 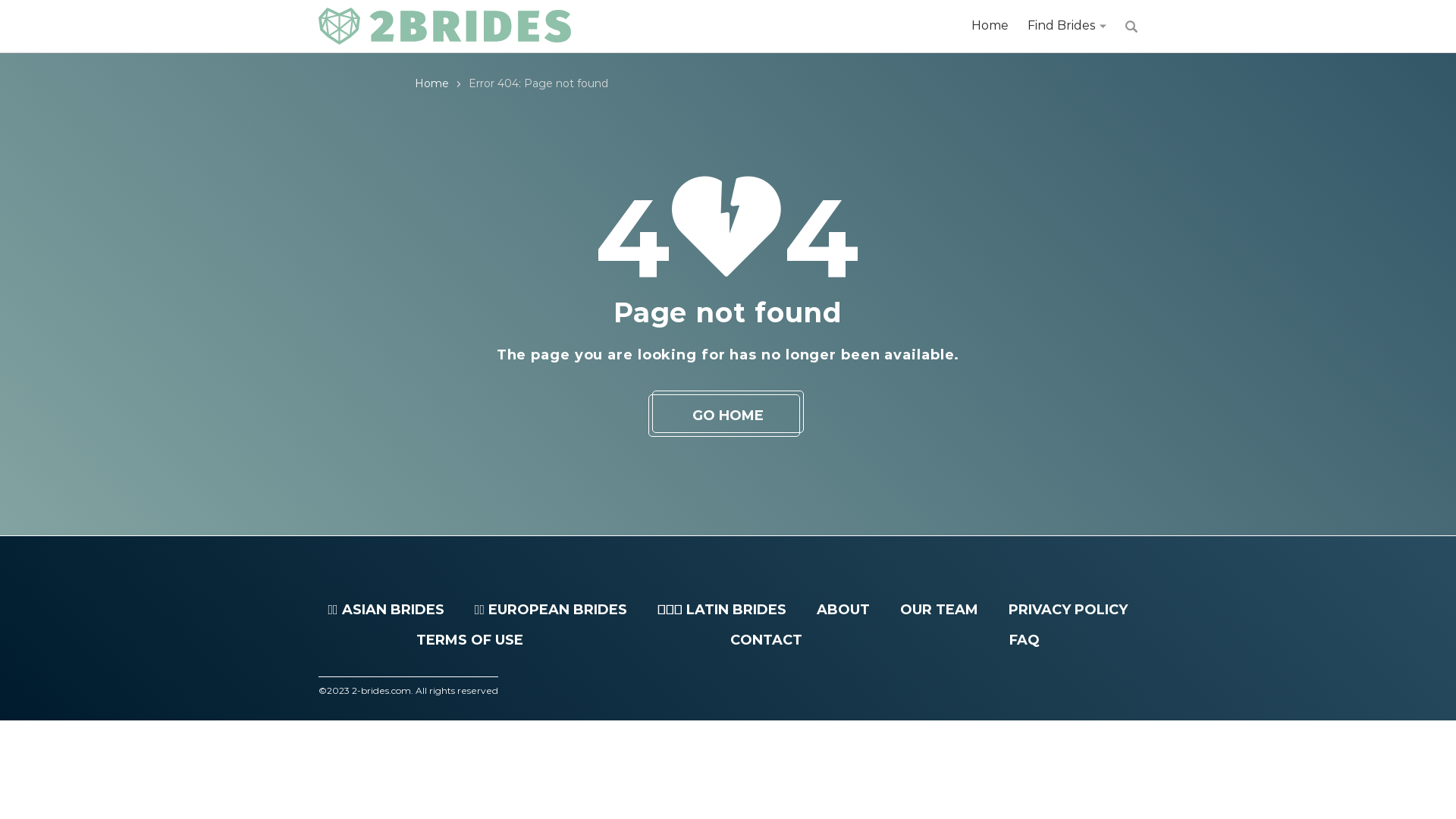 I want to click on 'GO HOME', so click(x=728, y=415).